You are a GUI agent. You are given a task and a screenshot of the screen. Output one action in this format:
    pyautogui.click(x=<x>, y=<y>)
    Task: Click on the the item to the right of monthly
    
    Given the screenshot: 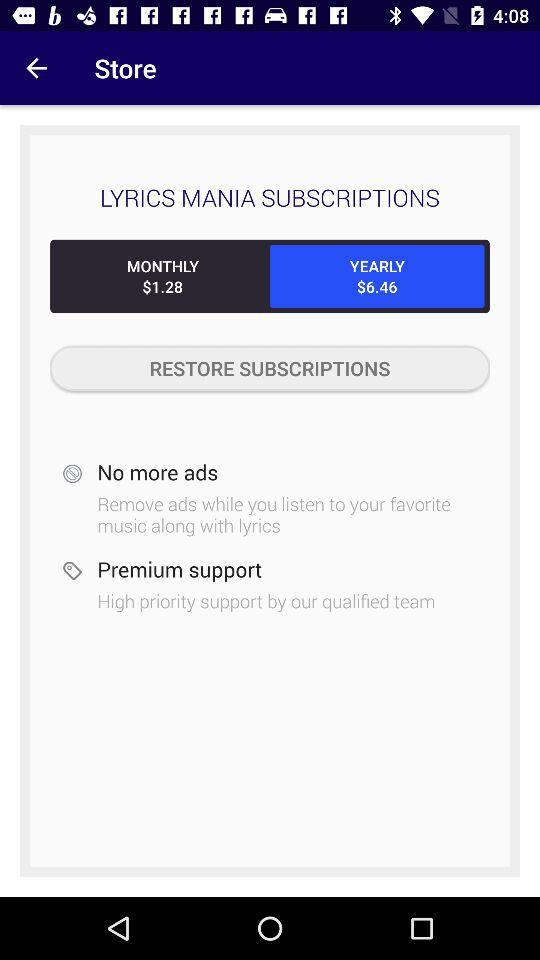 What is the action you would take?
    pyautogui.click(x=377, y=275)
    